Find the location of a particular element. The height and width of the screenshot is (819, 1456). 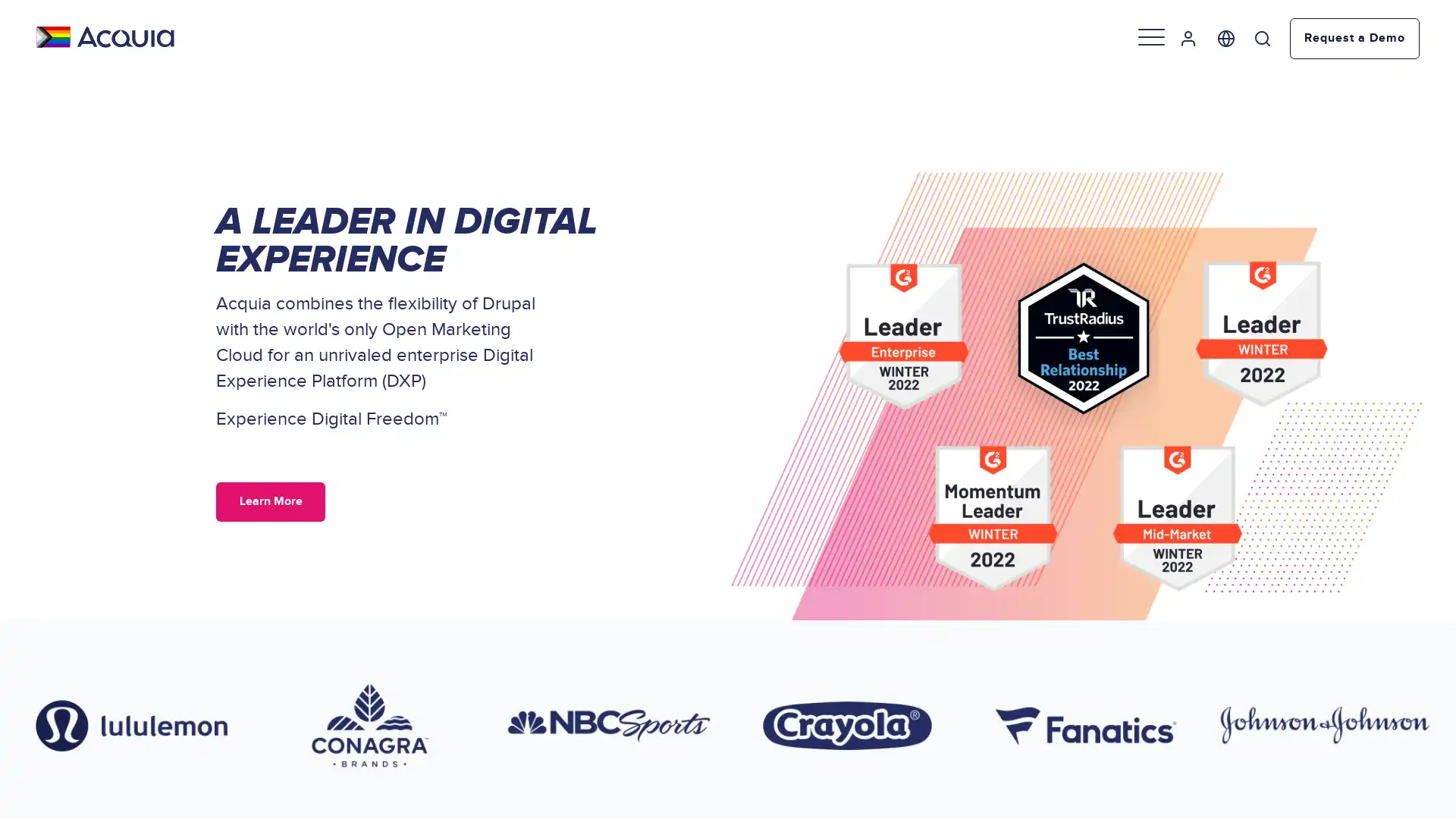

Disable All is located at coordinates (154, 719).